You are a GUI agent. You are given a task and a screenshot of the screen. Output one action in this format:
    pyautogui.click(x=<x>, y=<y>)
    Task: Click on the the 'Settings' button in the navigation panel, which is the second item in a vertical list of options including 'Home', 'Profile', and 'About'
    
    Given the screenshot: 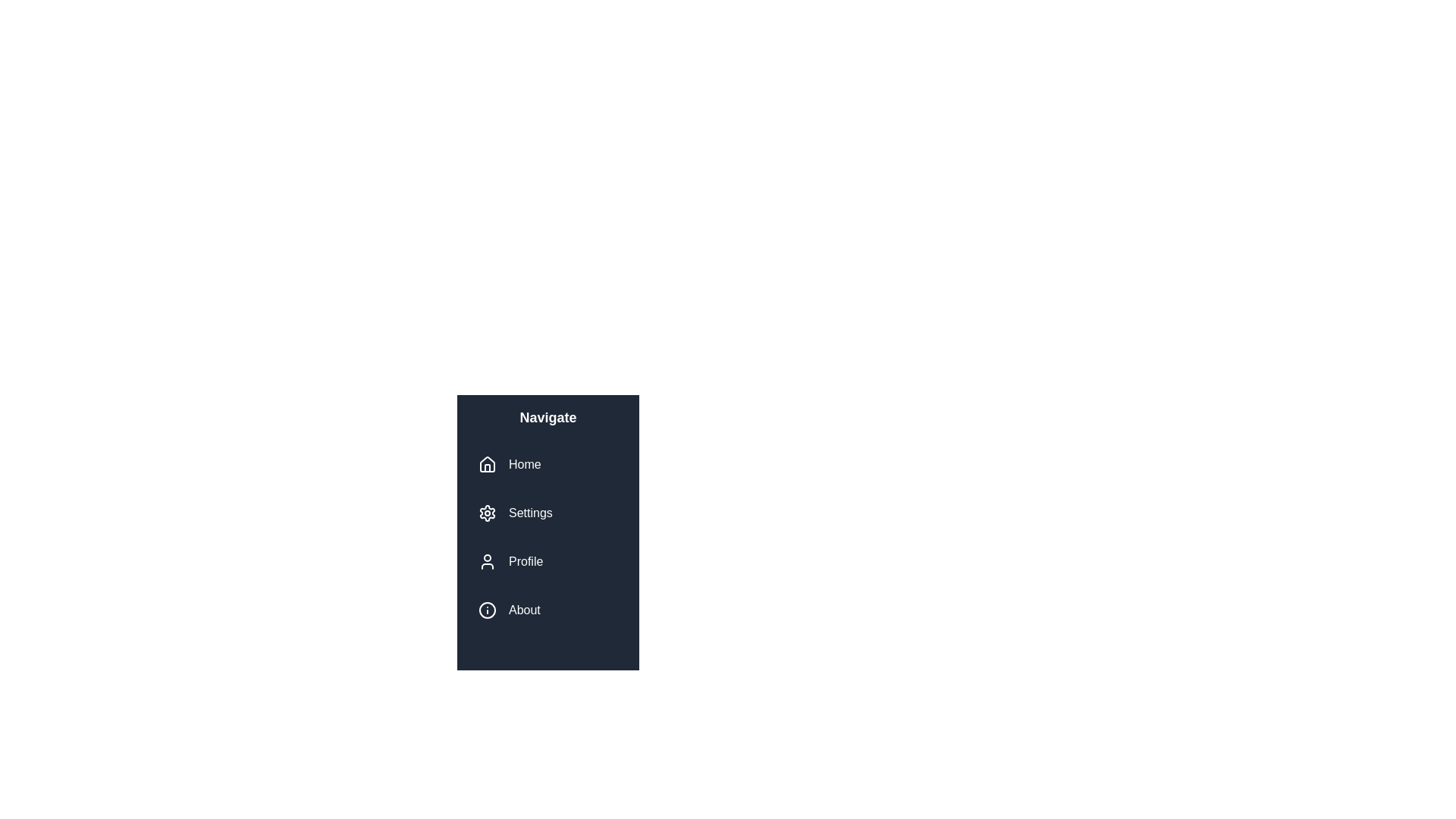 What is the action you would take?
    pyautogui.click(x=548, y=513)
    